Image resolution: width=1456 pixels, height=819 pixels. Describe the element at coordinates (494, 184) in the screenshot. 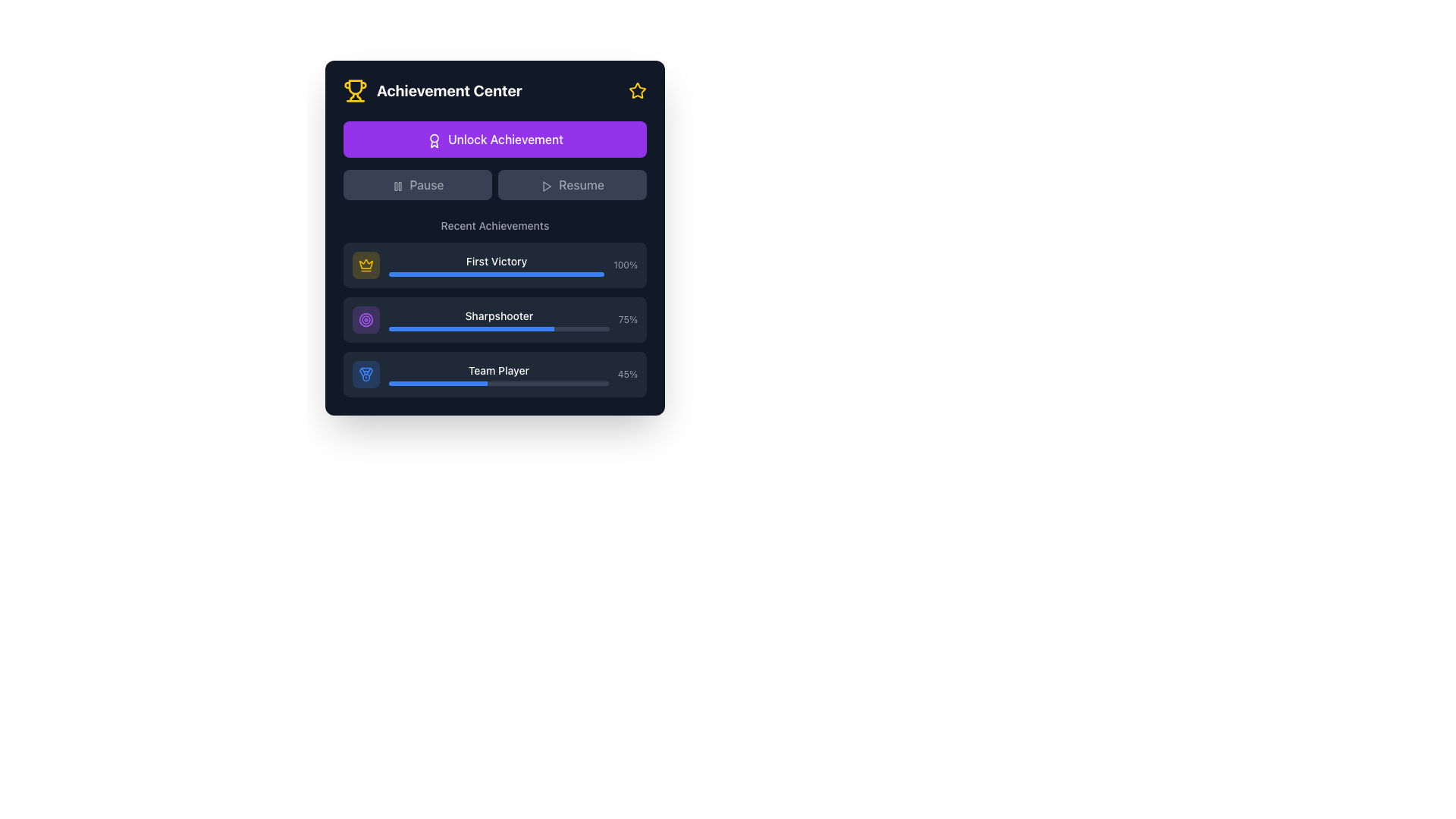

I see `any of the interactive buttons within the control interface located in the middle section of the 'Achievement Center' card, which is positioned below the 'Unlock Achievement' bar` at that location.